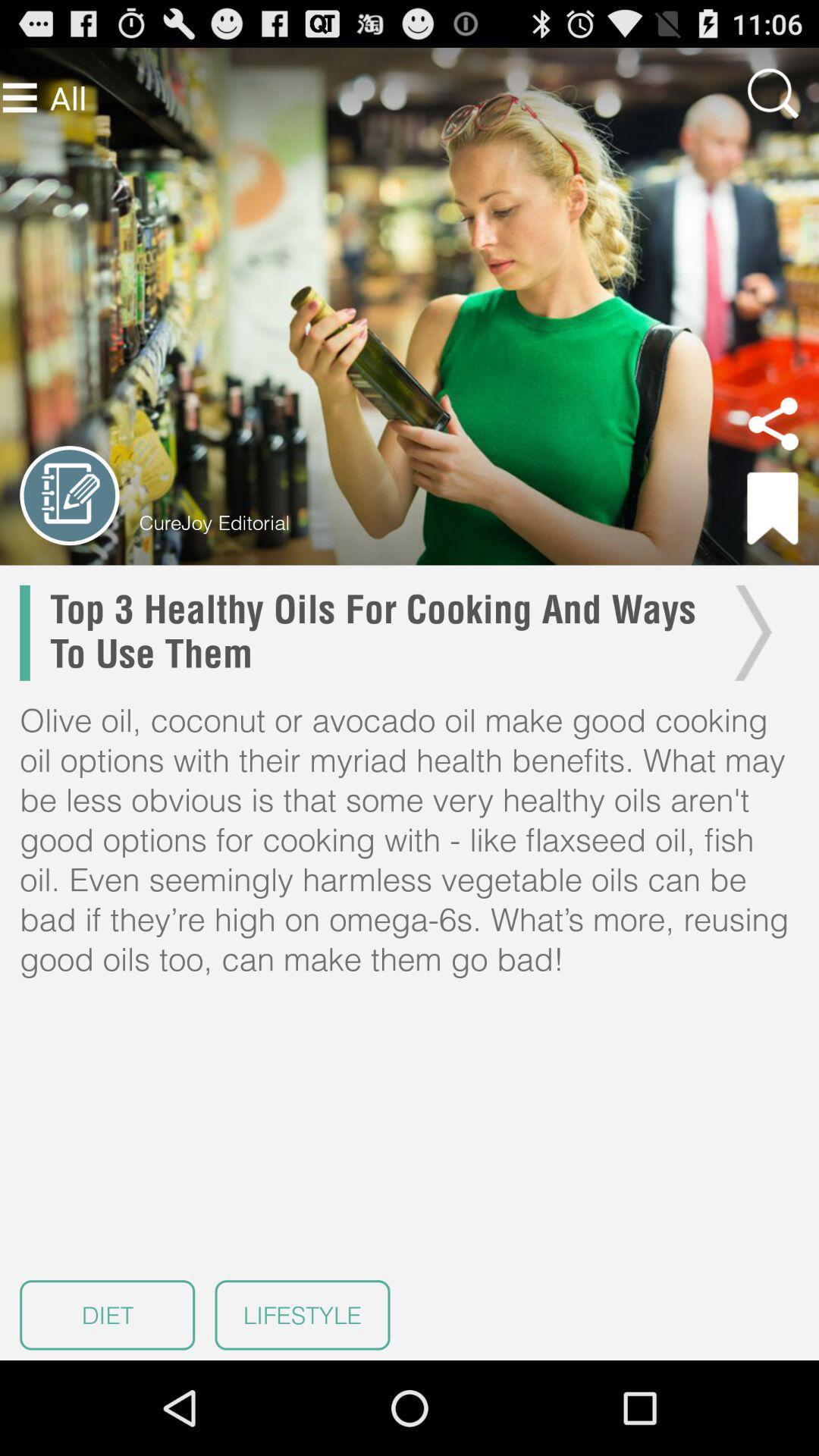 Image resolution: width=819 pixels, height=1456 pixels. I want to click on the icon to the right of the top 3 healthy, so click(748, 632).